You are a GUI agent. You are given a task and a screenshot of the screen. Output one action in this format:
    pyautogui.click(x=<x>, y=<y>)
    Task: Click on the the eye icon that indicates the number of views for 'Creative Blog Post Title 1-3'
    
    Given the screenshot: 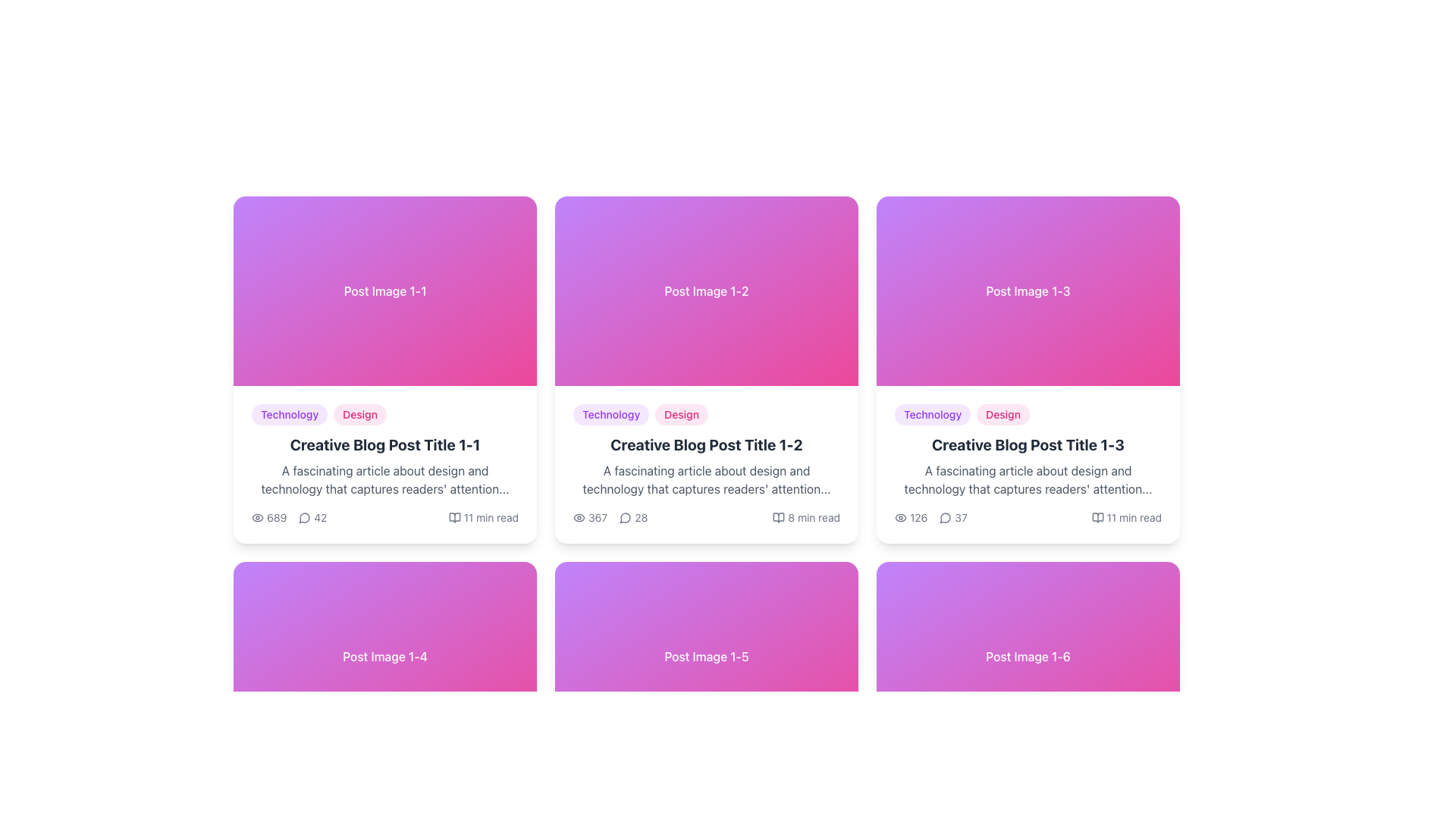 What is the action you would take?
    pyautogui.click(x=901, y=516)
    